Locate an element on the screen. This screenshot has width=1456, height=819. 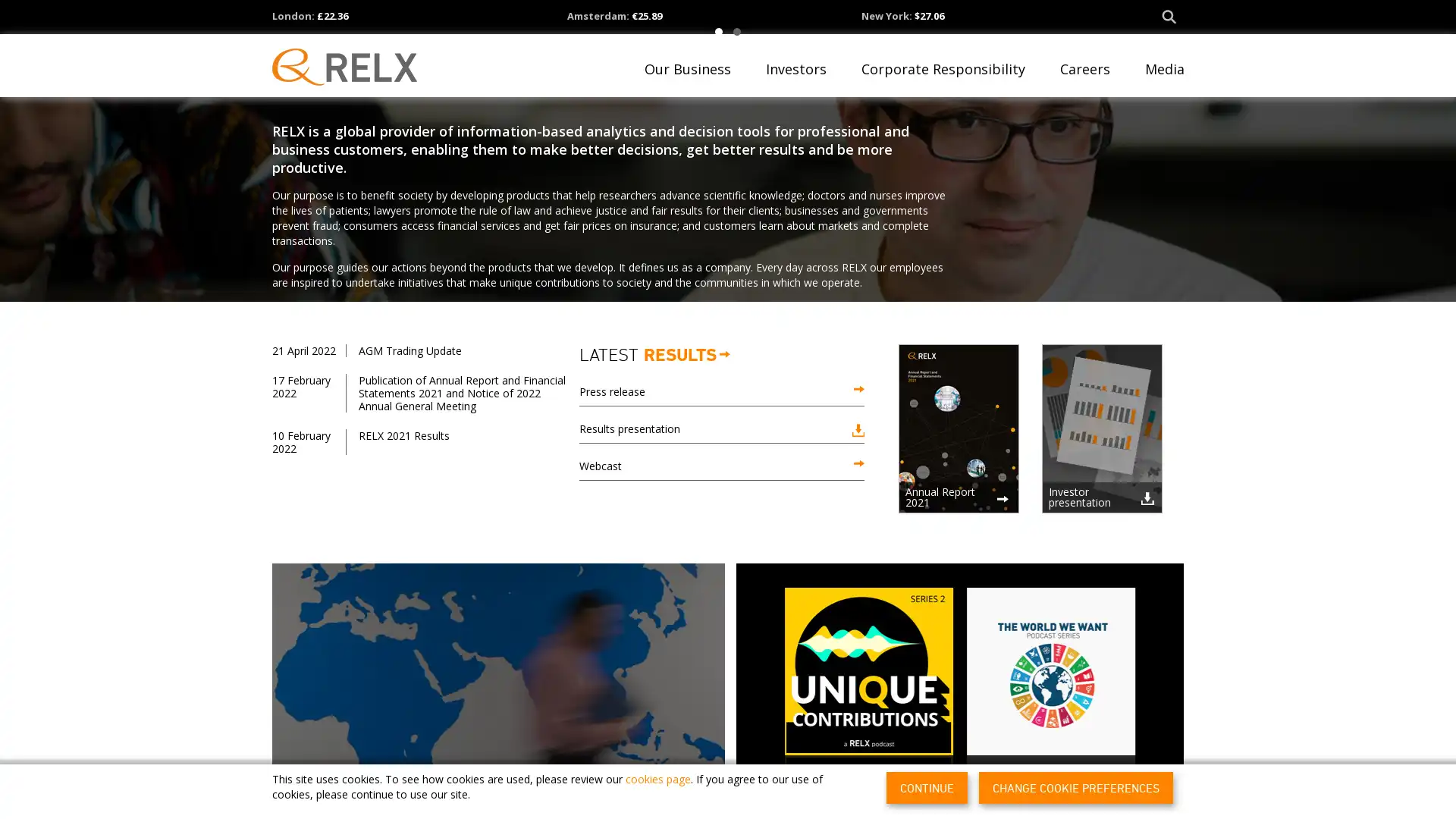
1 is located at coordinates (718, 32).